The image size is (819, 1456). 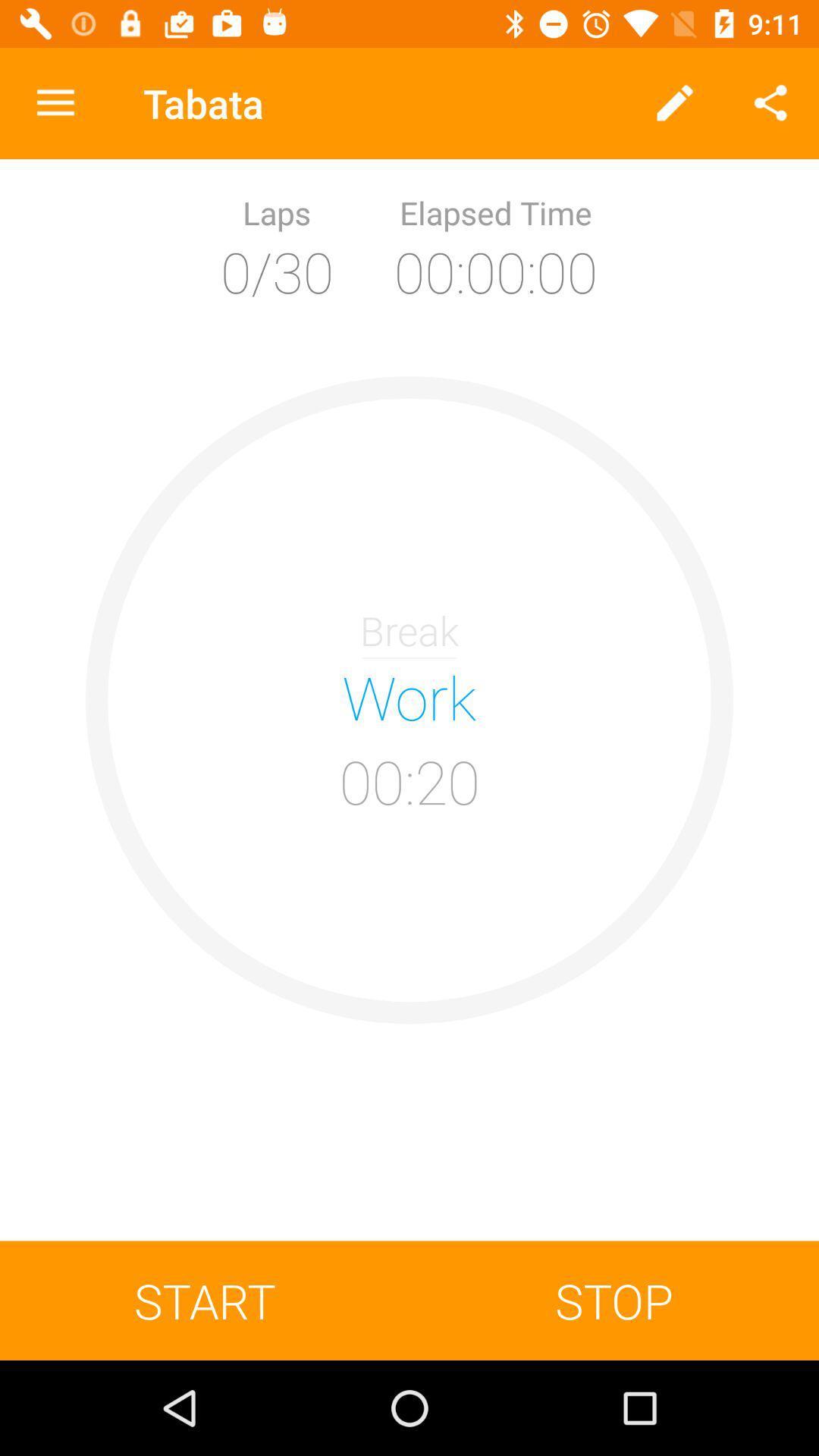 I want to click on the icon at the bottom left corner, so click(x=205, y=1300).